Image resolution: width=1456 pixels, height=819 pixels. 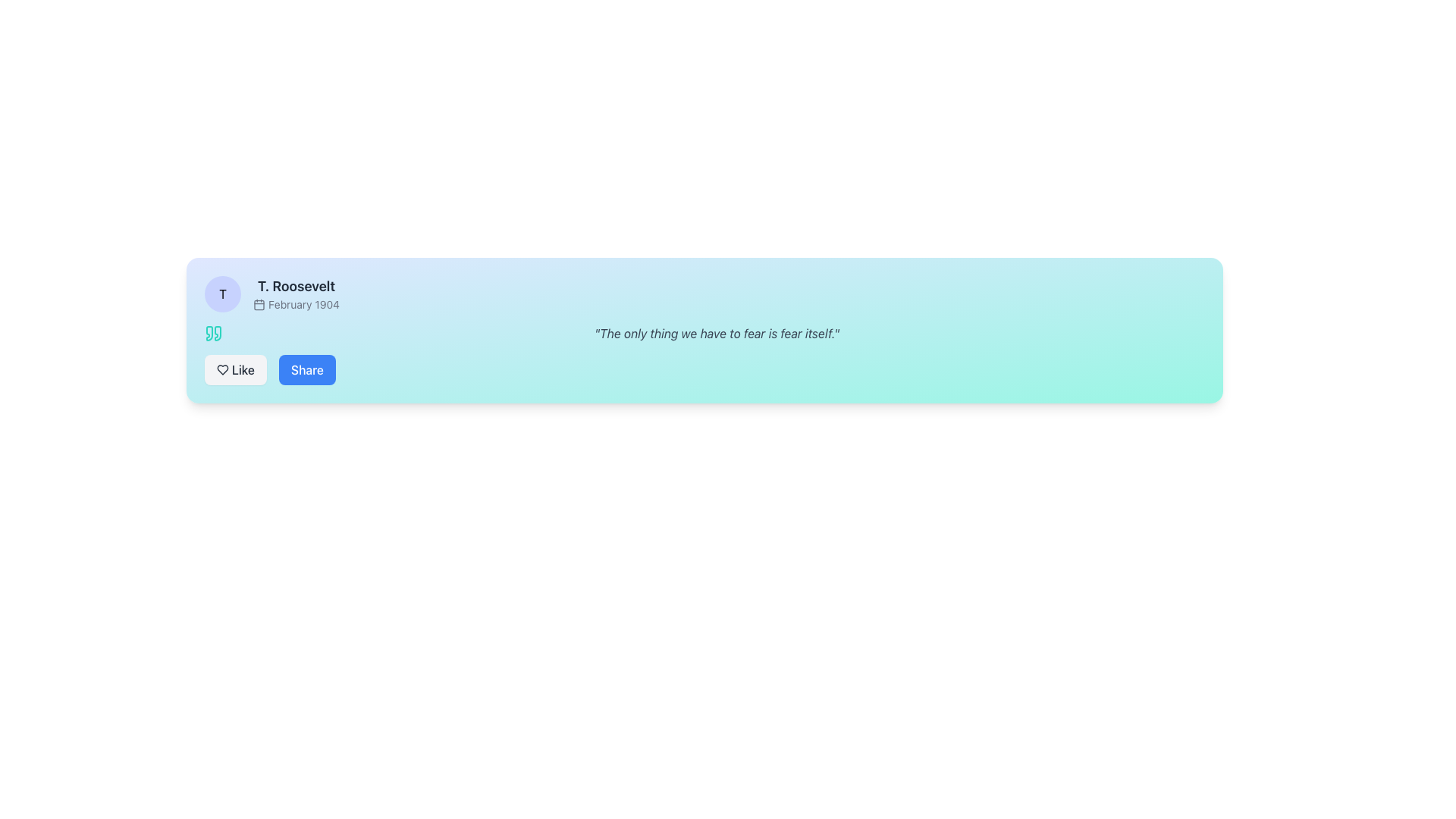 I want to click on the heart icon located in the lower-left region of the card, so click(x=221, y=370).